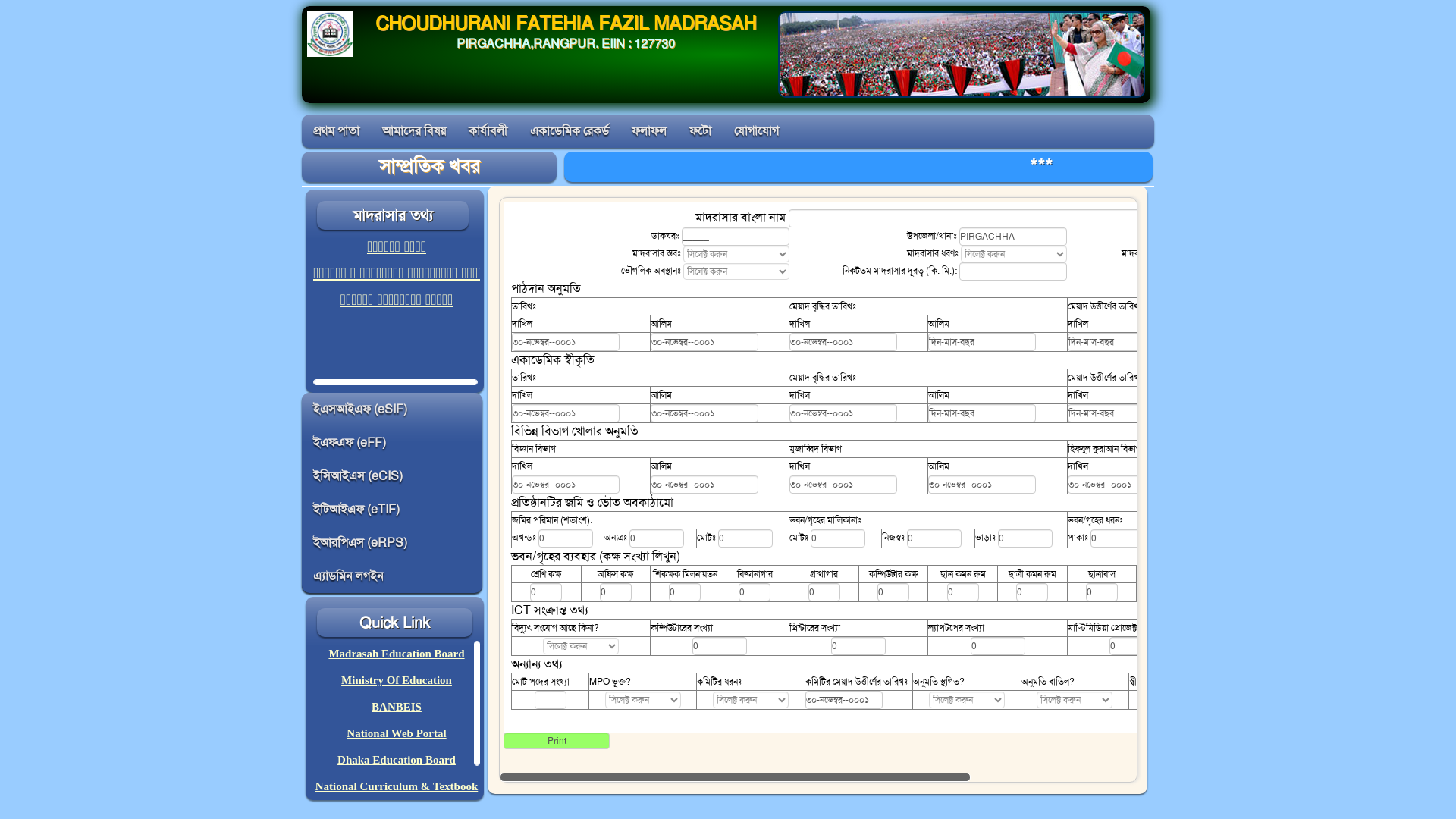  Describe the element at coordinates (397, 679) in the screenshot. I see `'Ministry Of Education'` at that location.